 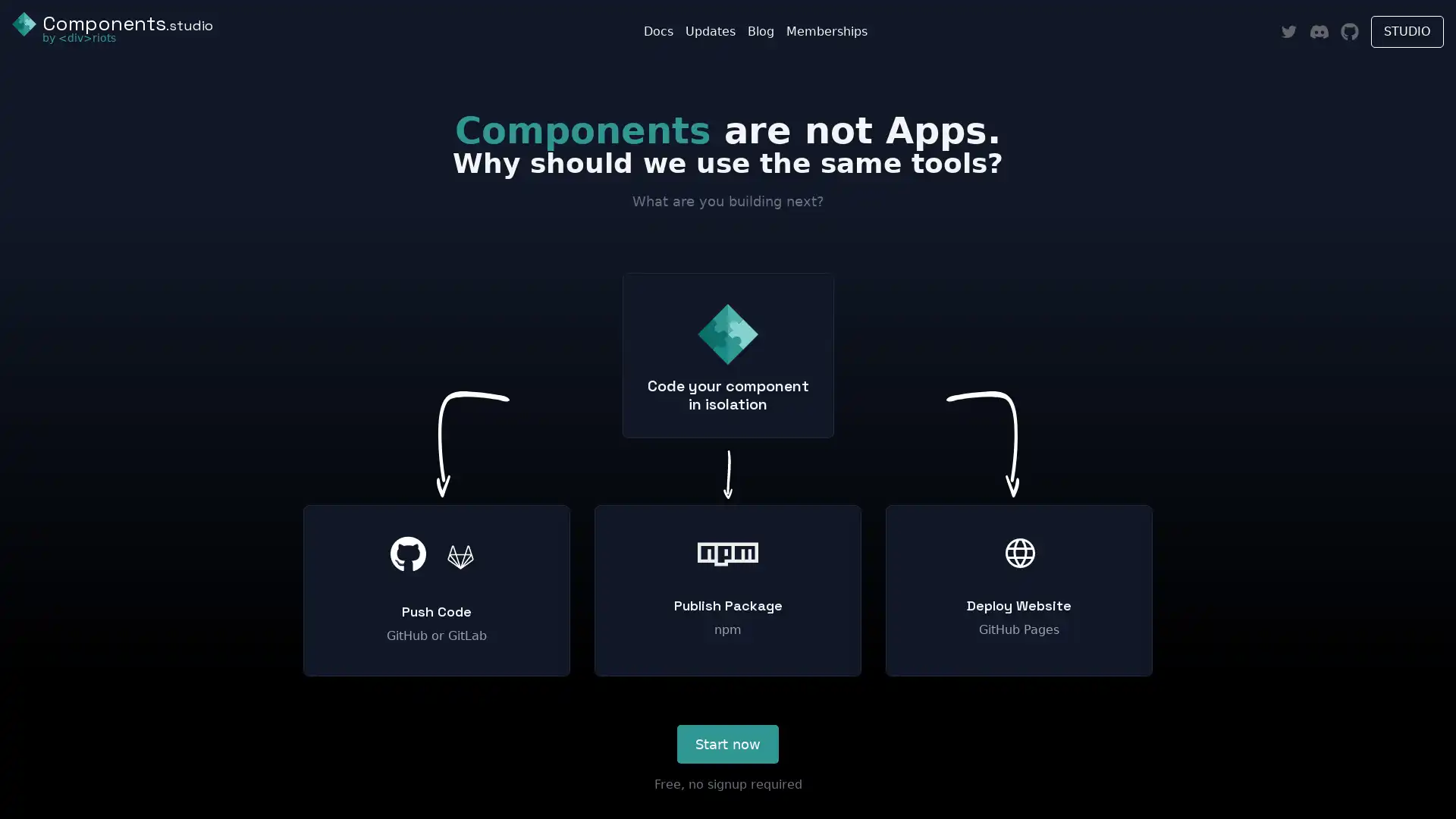 What do you see at coordinates (728, 743) in the screenshot?
I see `Start now` at bounding box center [728, 743].